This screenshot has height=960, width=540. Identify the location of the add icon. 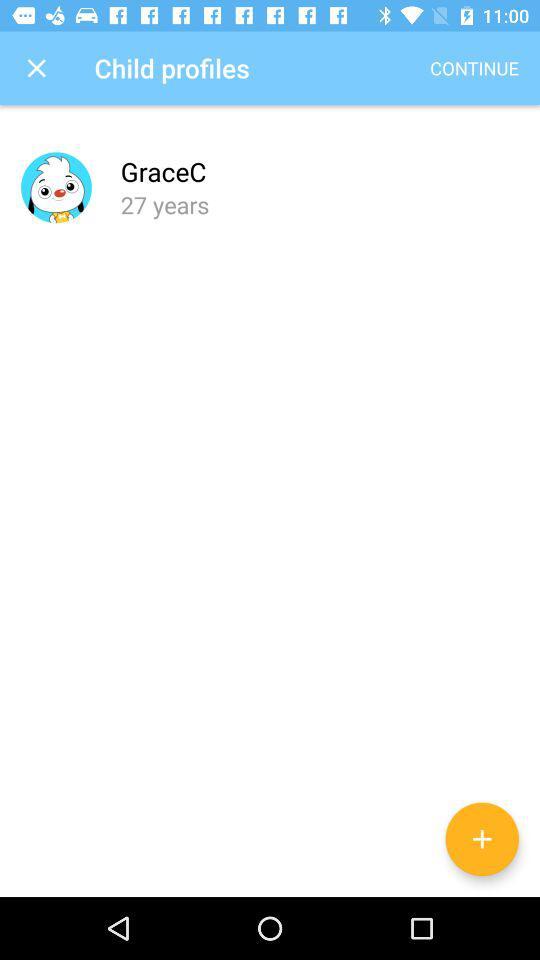
(481, 839).